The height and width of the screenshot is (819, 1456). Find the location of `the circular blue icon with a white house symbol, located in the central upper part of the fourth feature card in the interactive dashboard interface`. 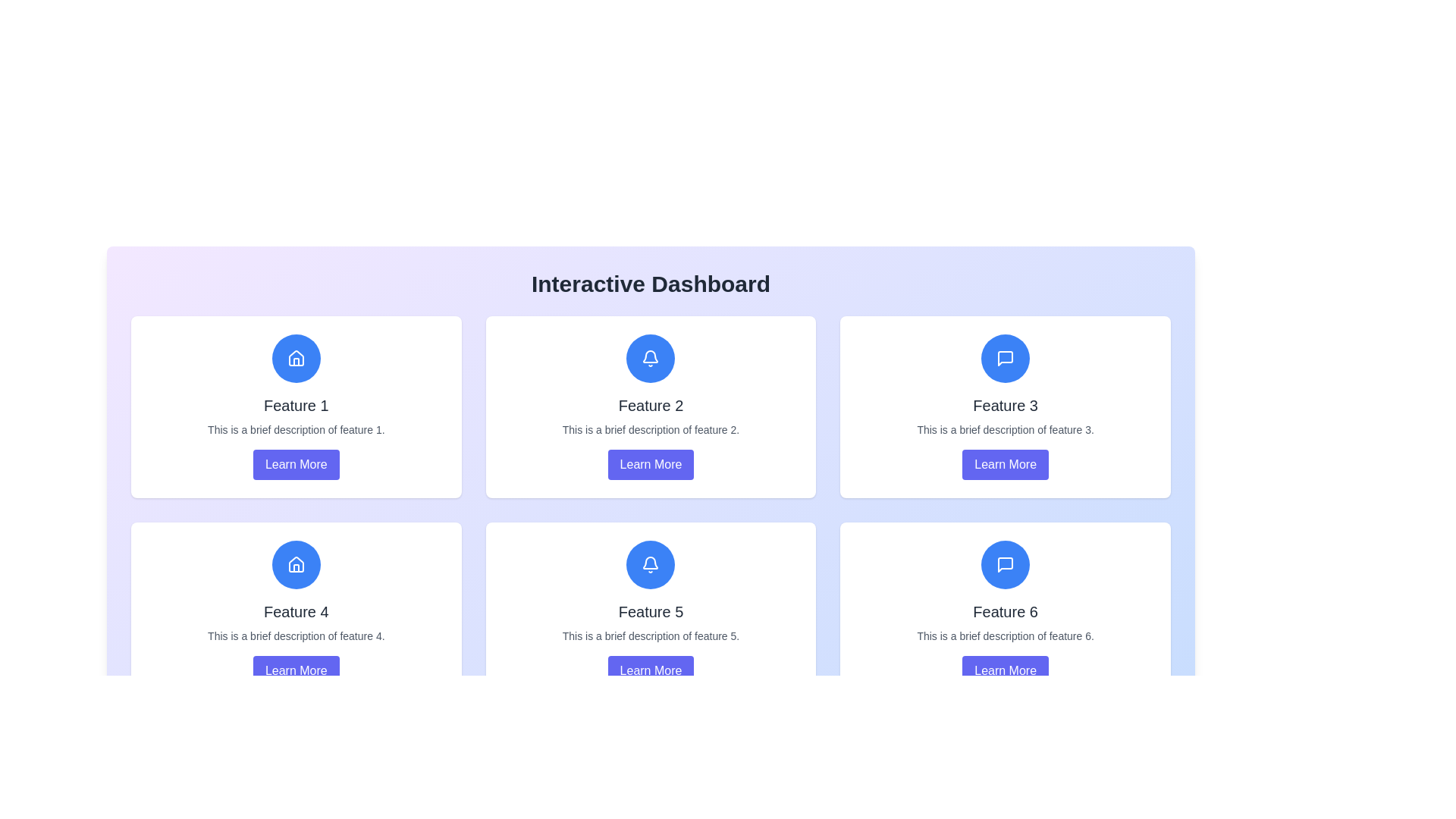

the circular blue icon with a white house symbol, located in the central upper part of the fourth feature card in the interactive dashboard interface is located at coordinates (296, 564).